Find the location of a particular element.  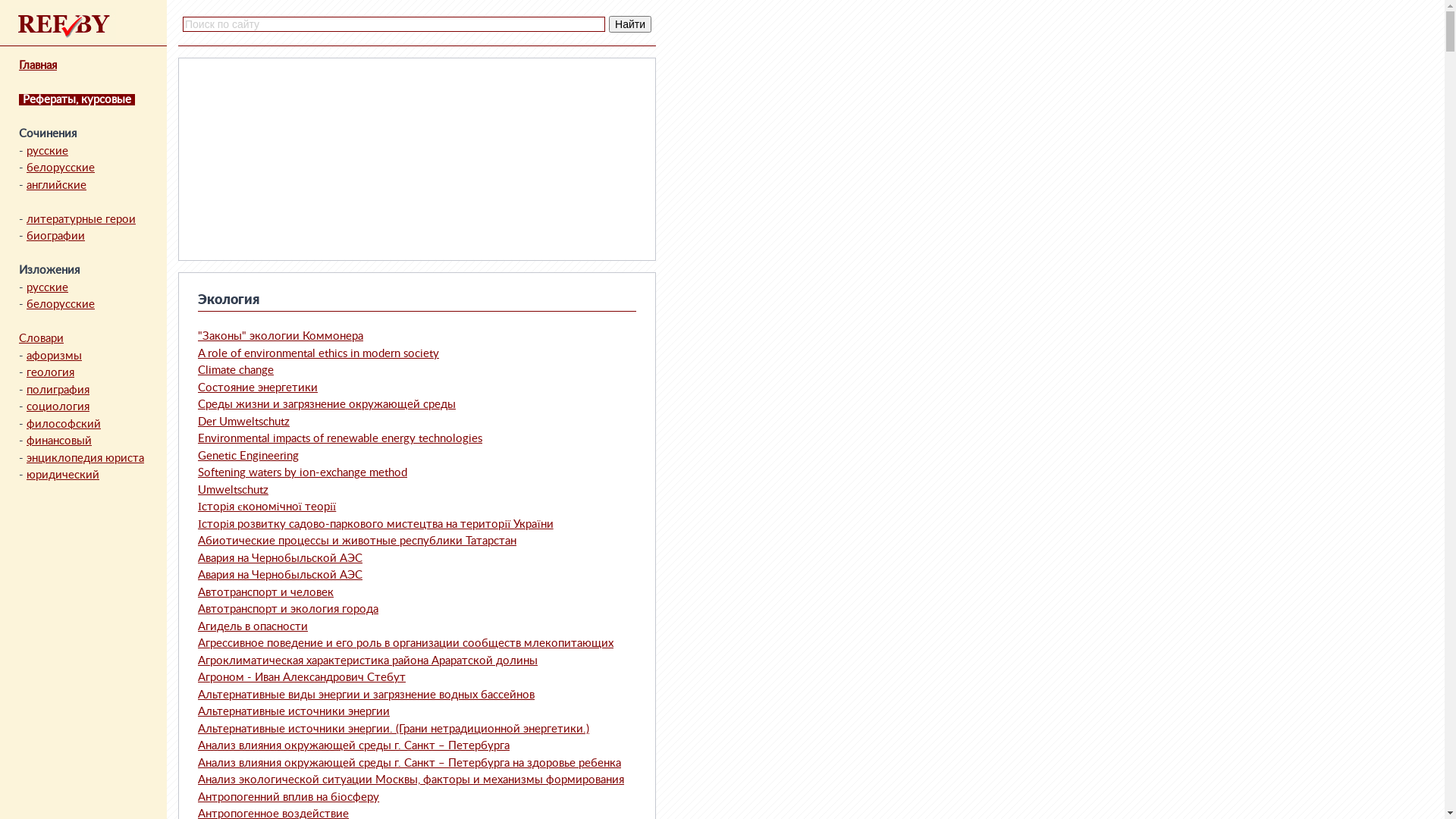

'Environmental impacts of renewable energy technologies' is located at coordinates (339, 438).